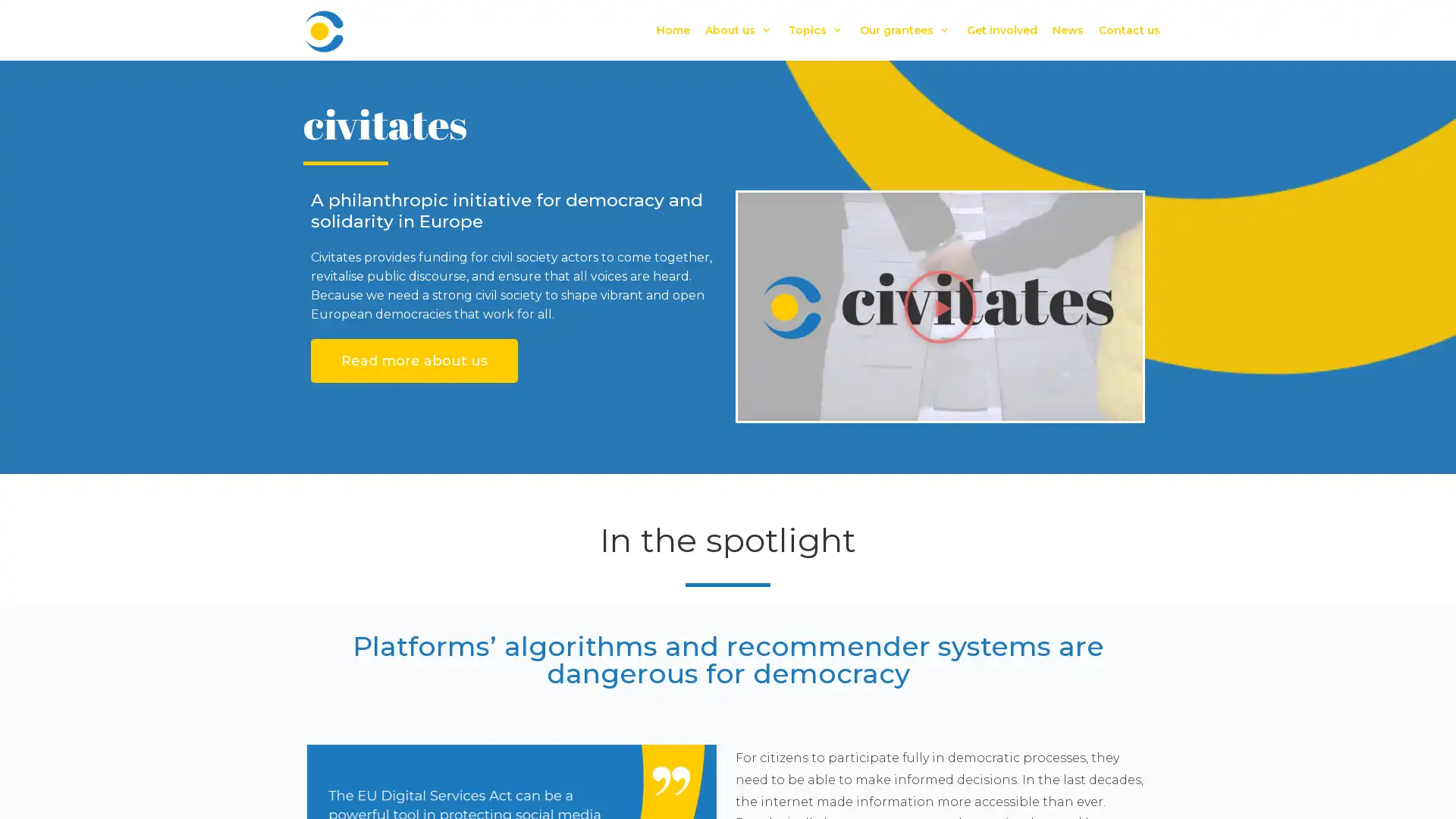 The width and height of the screenshot is (1456, 819). Describe the element at coordinates (939, 306) in the screenshot. I see `Play Video` at that location.